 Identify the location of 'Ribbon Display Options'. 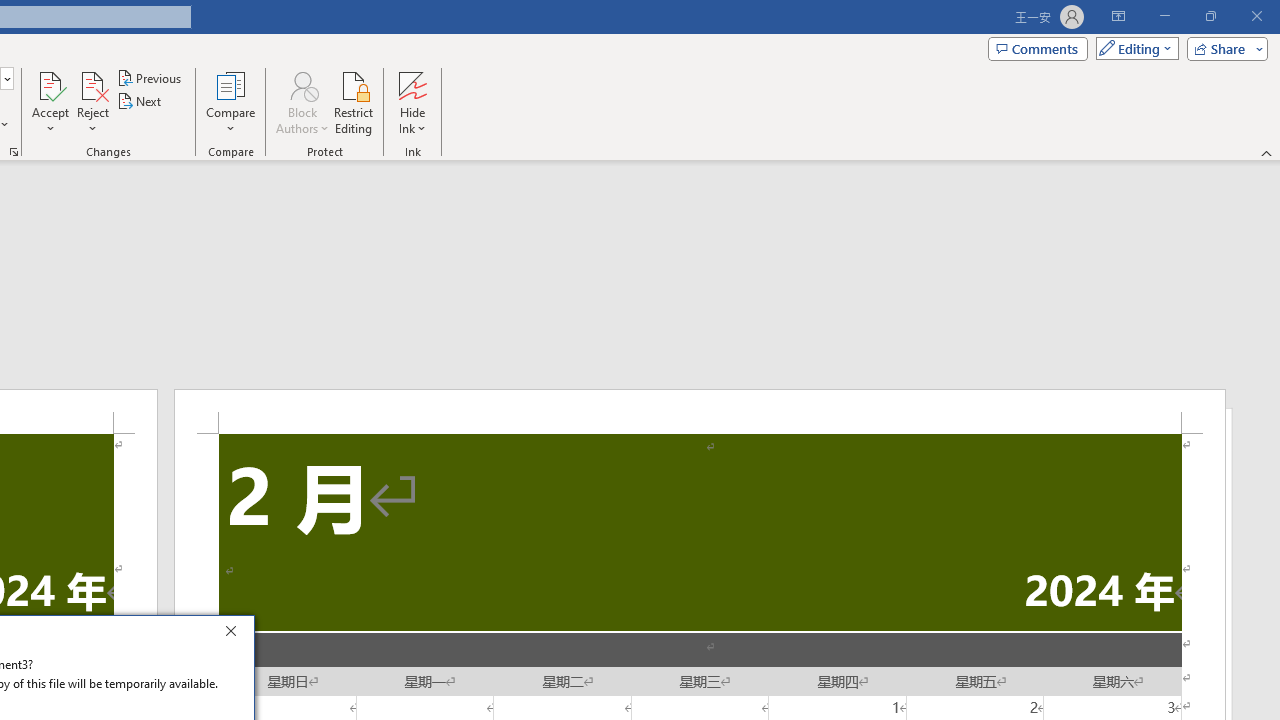
(1117, 16).